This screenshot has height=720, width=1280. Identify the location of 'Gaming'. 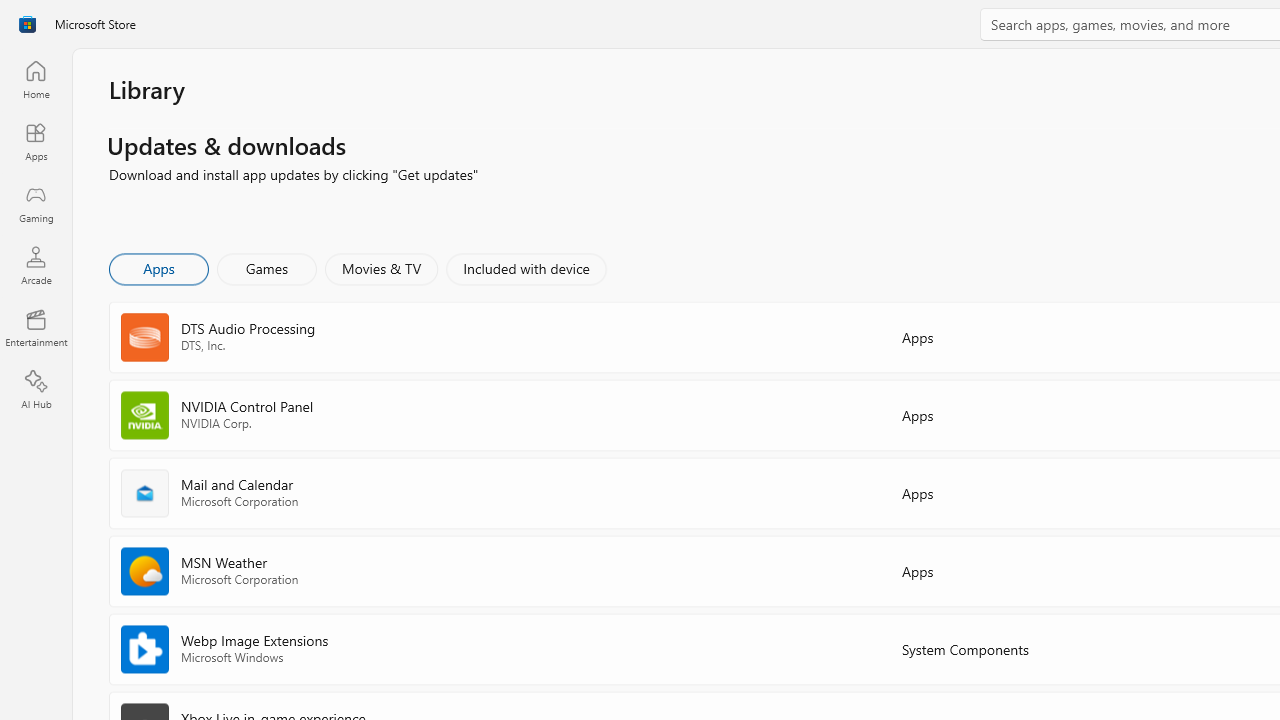
(35, 203).